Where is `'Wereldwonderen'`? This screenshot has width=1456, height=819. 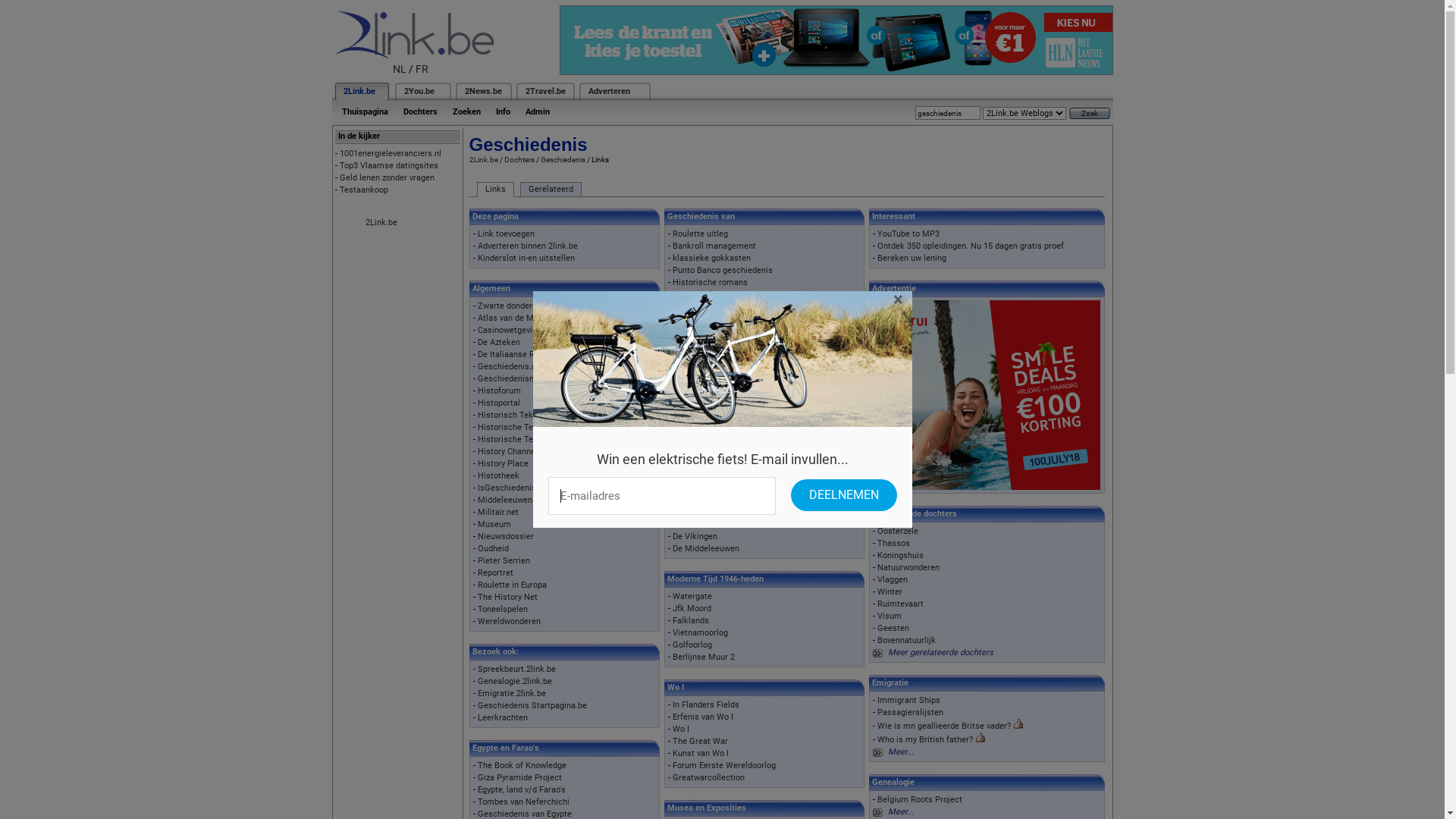 'Wereldwonderen' is located at coordinates (476, 621).